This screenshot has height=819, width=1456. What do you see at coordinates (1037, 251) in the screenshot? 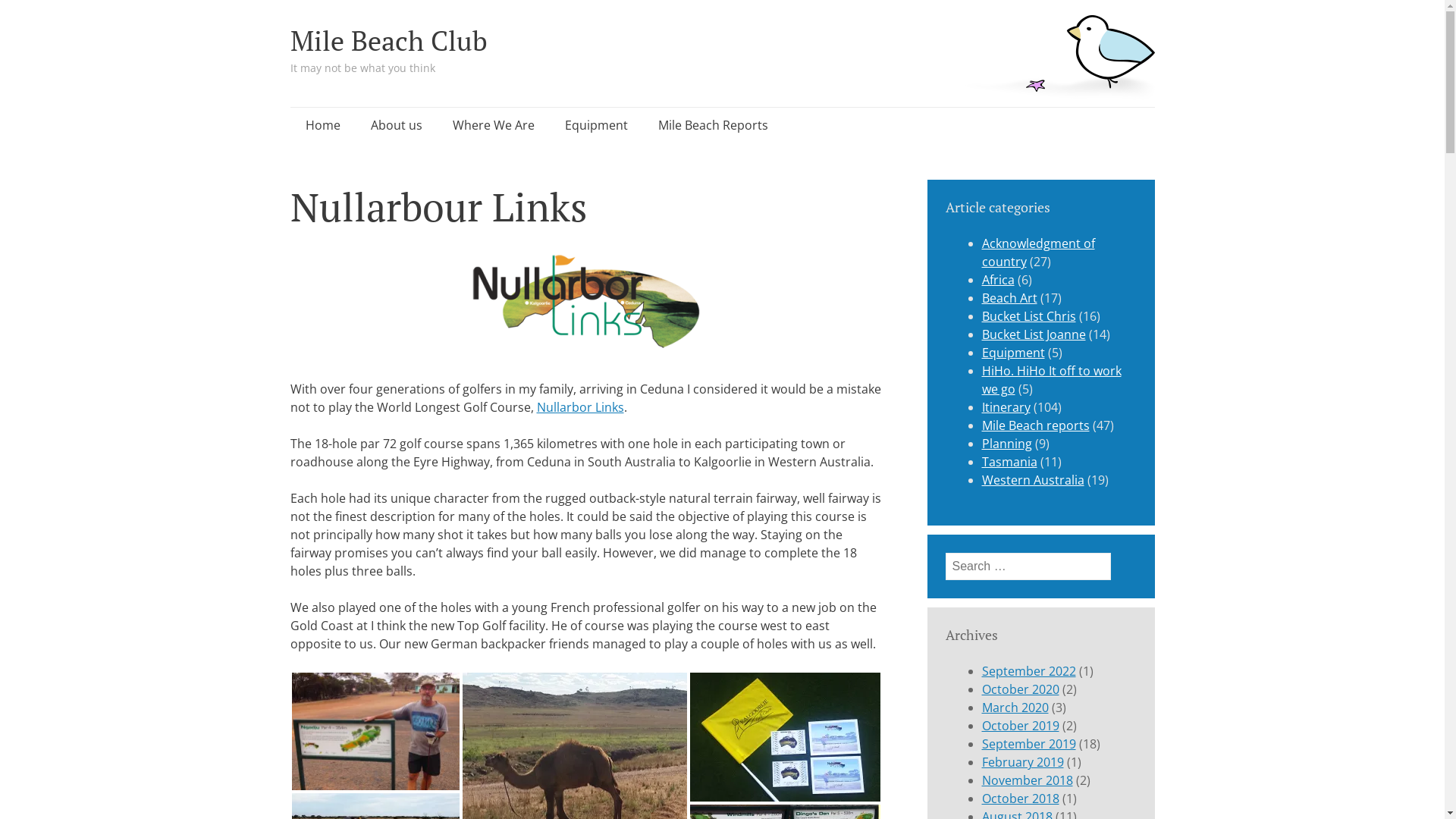
I see `'Acknowledgment of country'` at bounding box center [1037, 251].